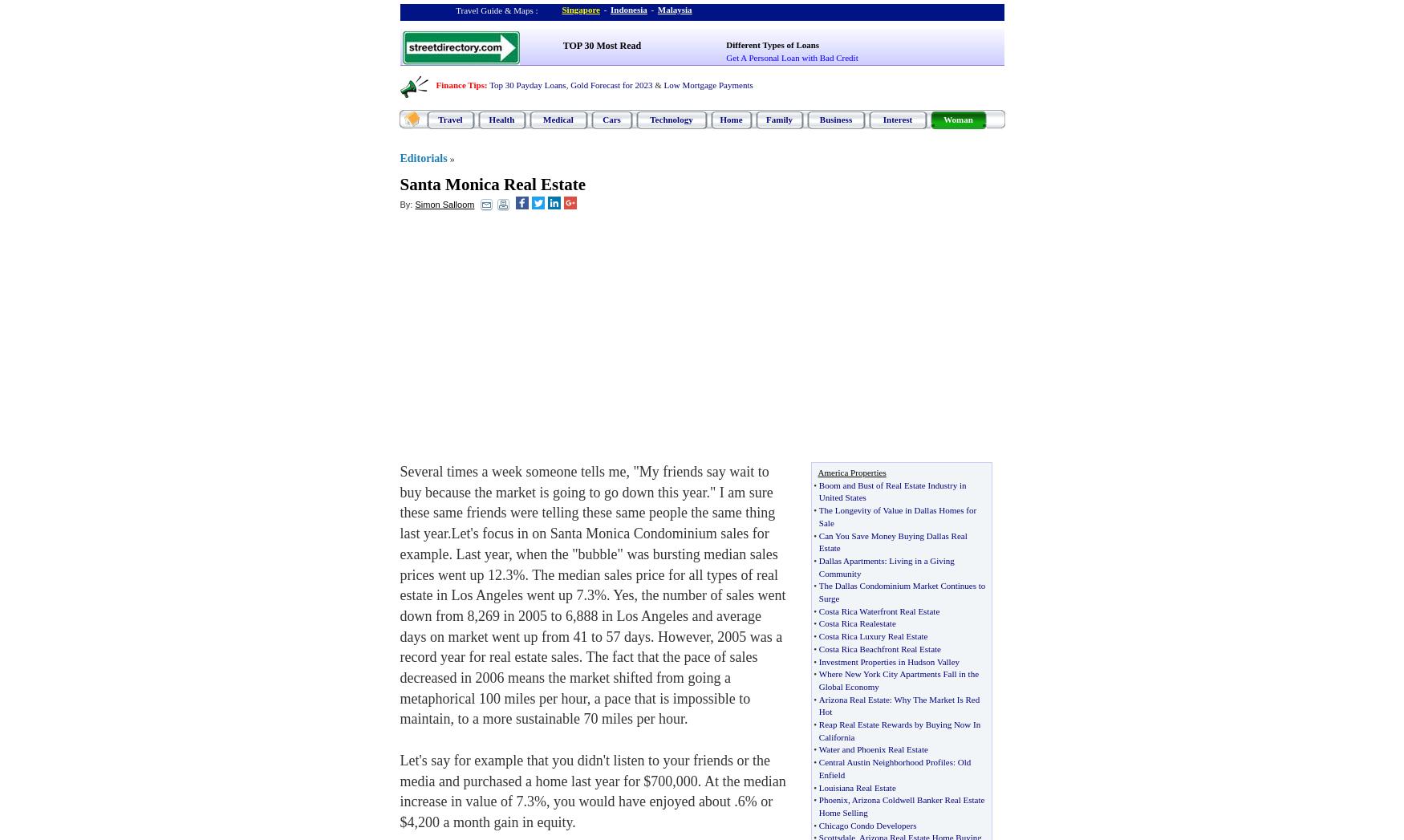  Describe the element at coordinates (730, 119) in the screenshot. I see `'Home'` at that location.